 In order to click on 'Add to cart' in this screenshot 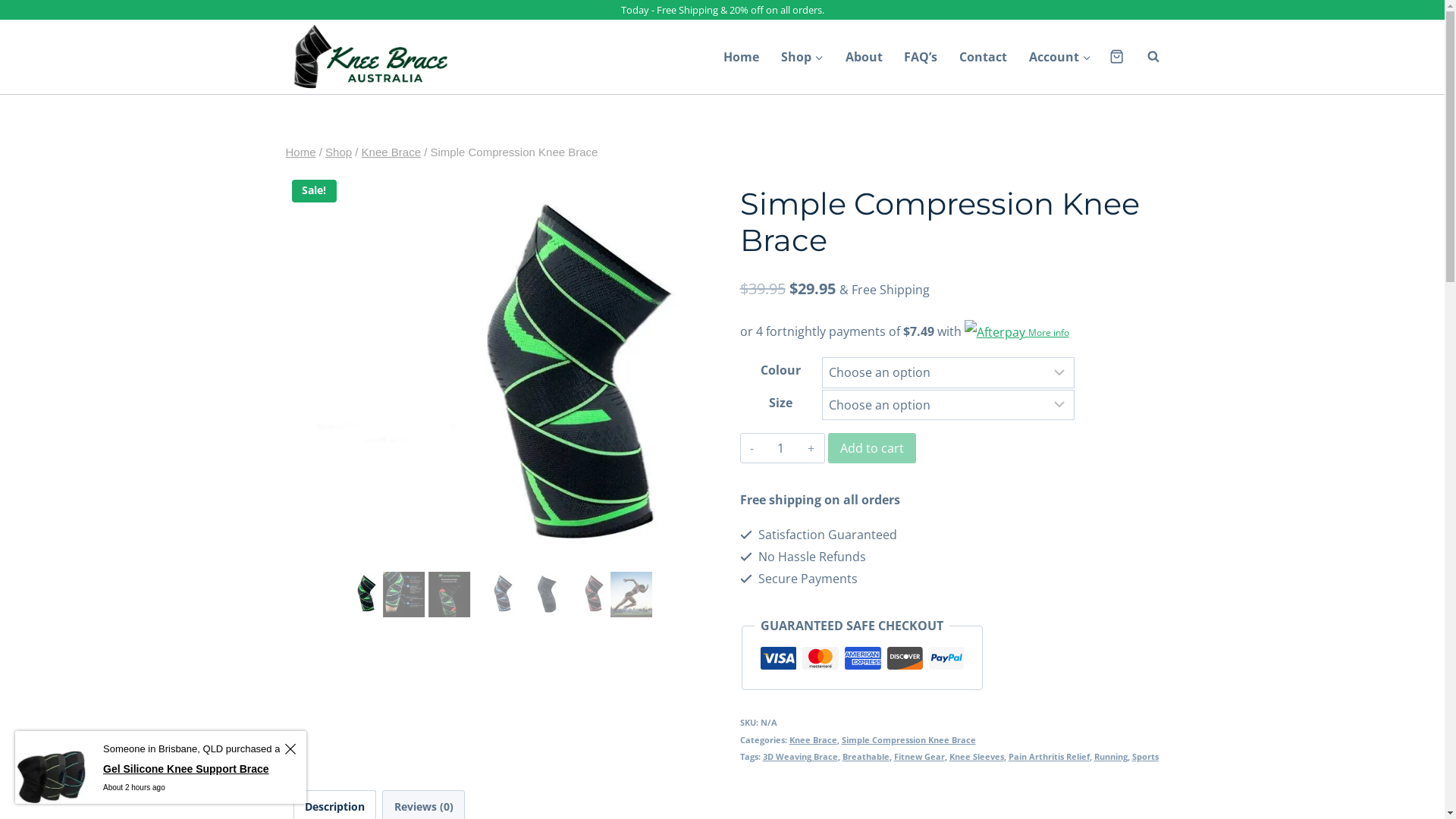, I will do `click(872, 447)`.